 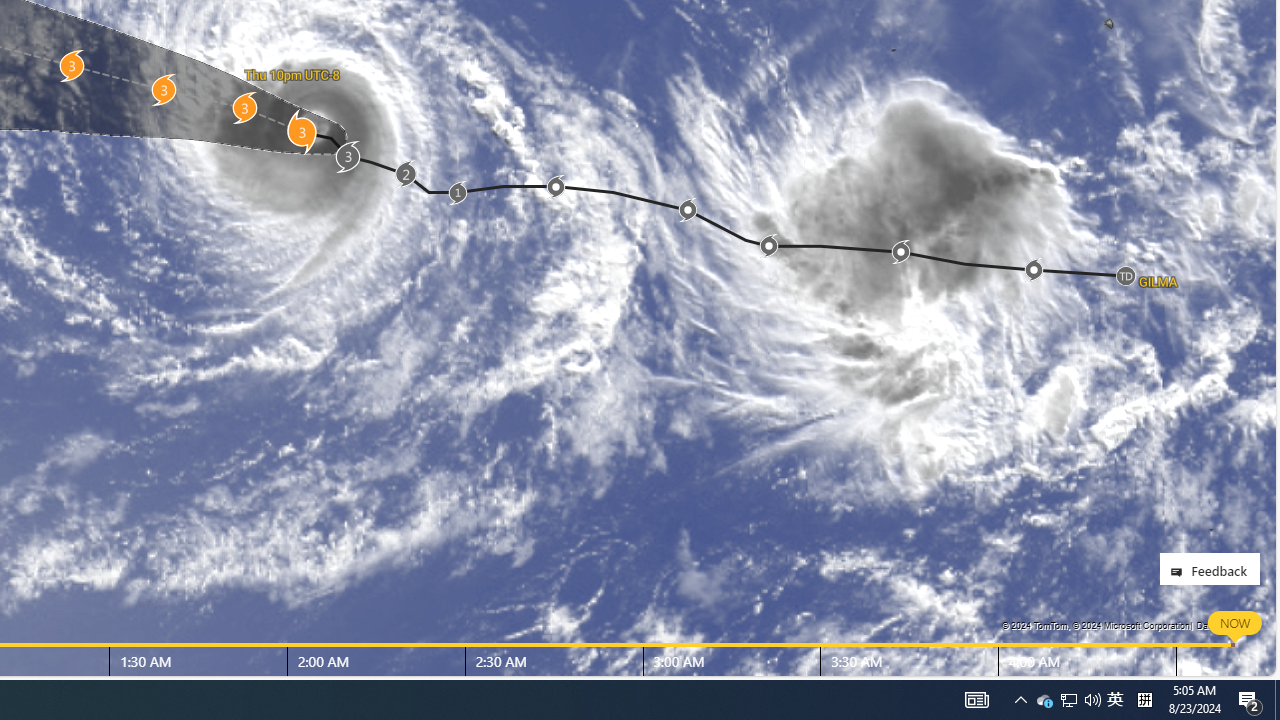 I want to click on 'Class: feedback_link_icon-DS-EntryPoint1-1', so click(x=1180, y=572).